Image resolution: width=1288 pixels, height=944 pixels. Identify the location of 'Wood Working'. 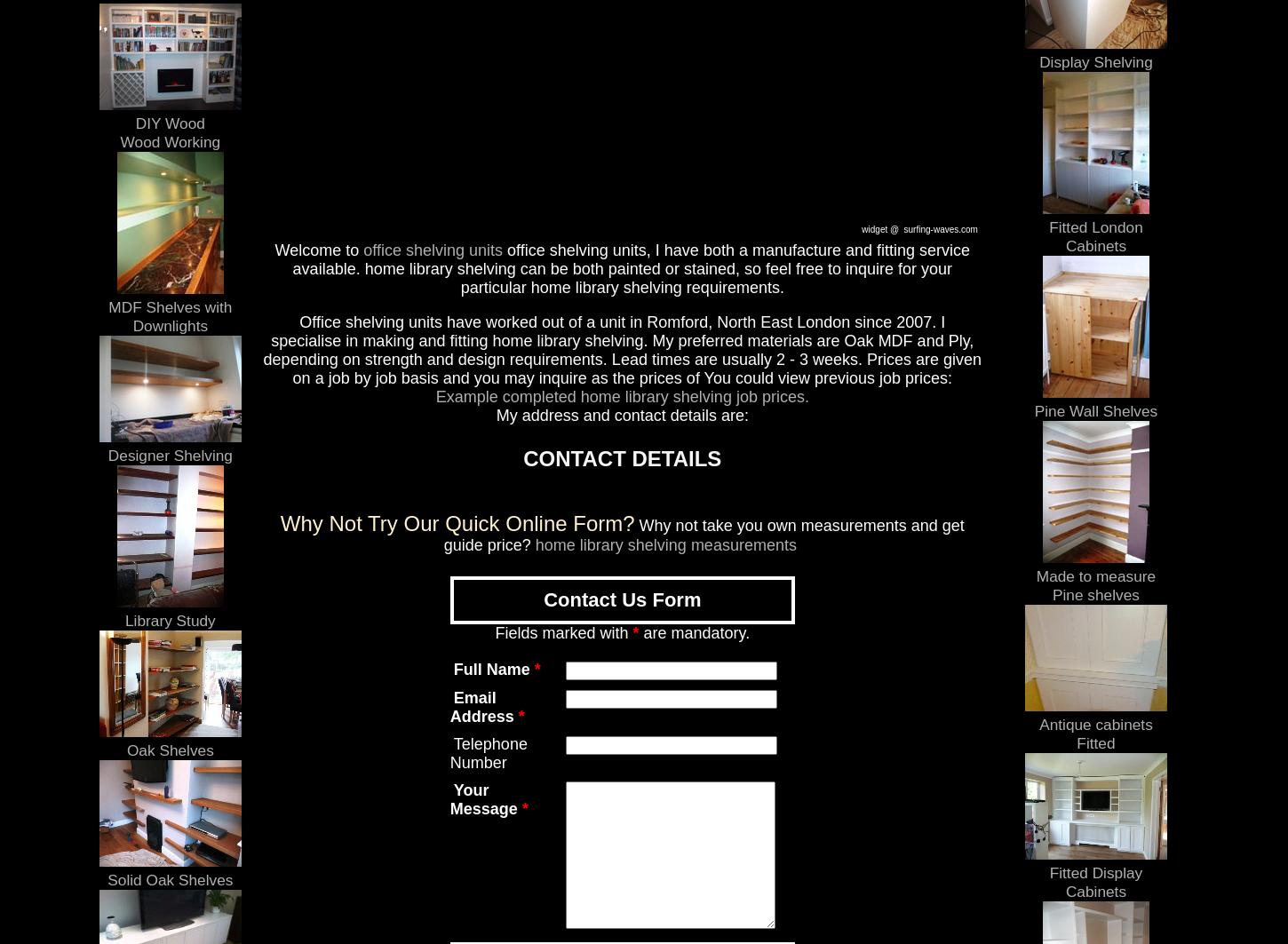
(169, 141).